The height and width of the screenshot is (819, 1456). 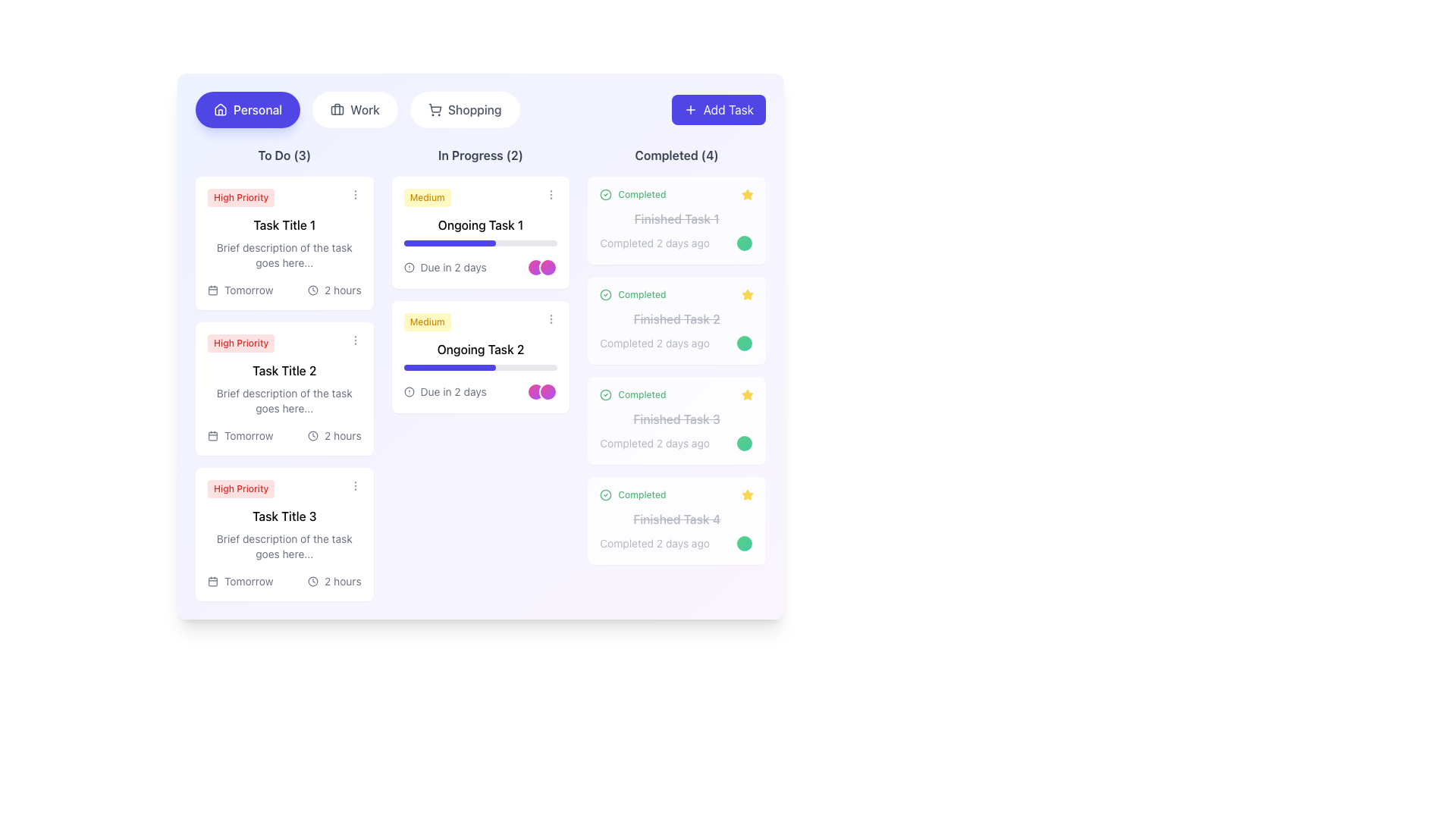 I want to click on text label displaying '2 hours', which is aligned to the right of a small clock icon in the 'To Do' column's 'Task Title 3' card, so click(x=342, y=581).